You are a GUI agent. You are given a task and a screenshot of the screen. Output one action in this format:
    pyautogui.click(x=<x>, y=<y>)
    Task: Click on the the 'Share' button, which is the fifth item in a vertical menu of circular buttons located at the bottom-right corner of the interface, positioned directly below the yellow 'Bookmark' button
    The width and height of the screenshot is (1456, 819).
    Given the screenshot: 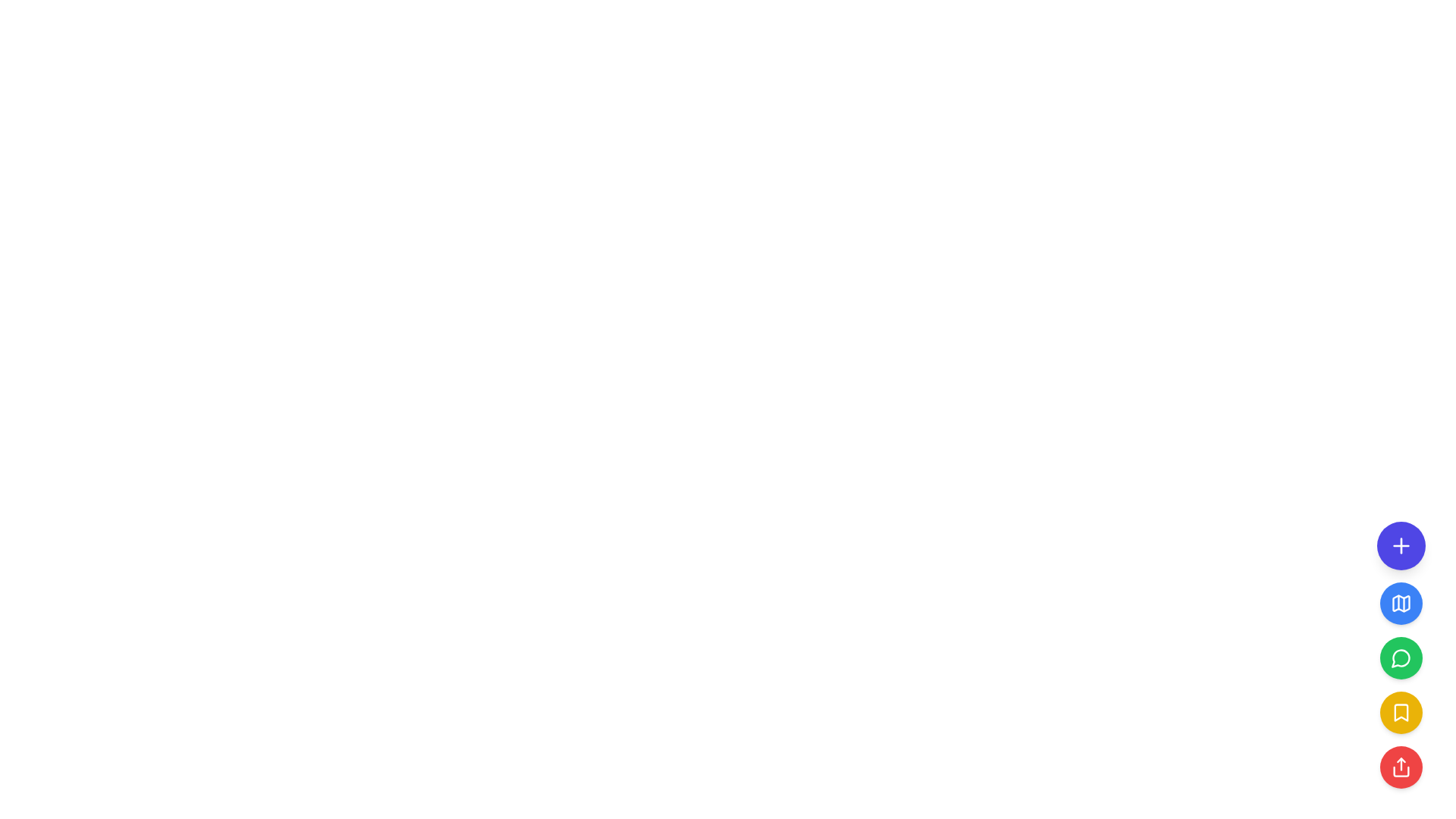 What is the action you would take?
    pyautogui.click(x=1401, y=767)
    